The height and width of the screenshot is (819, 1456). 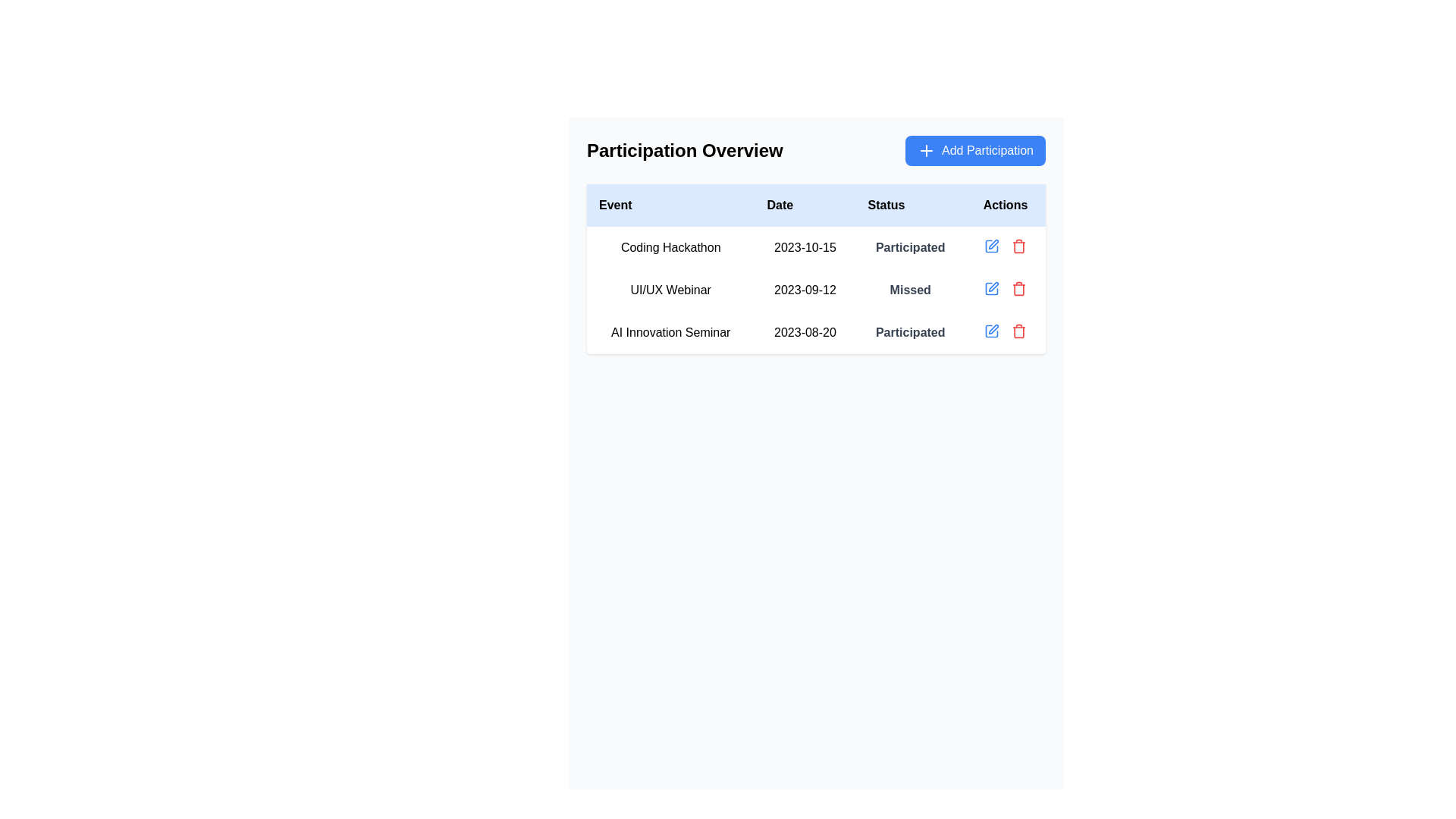 I want to click on the central area of the 'Participation Overview' table, so click(x=815, y=268).